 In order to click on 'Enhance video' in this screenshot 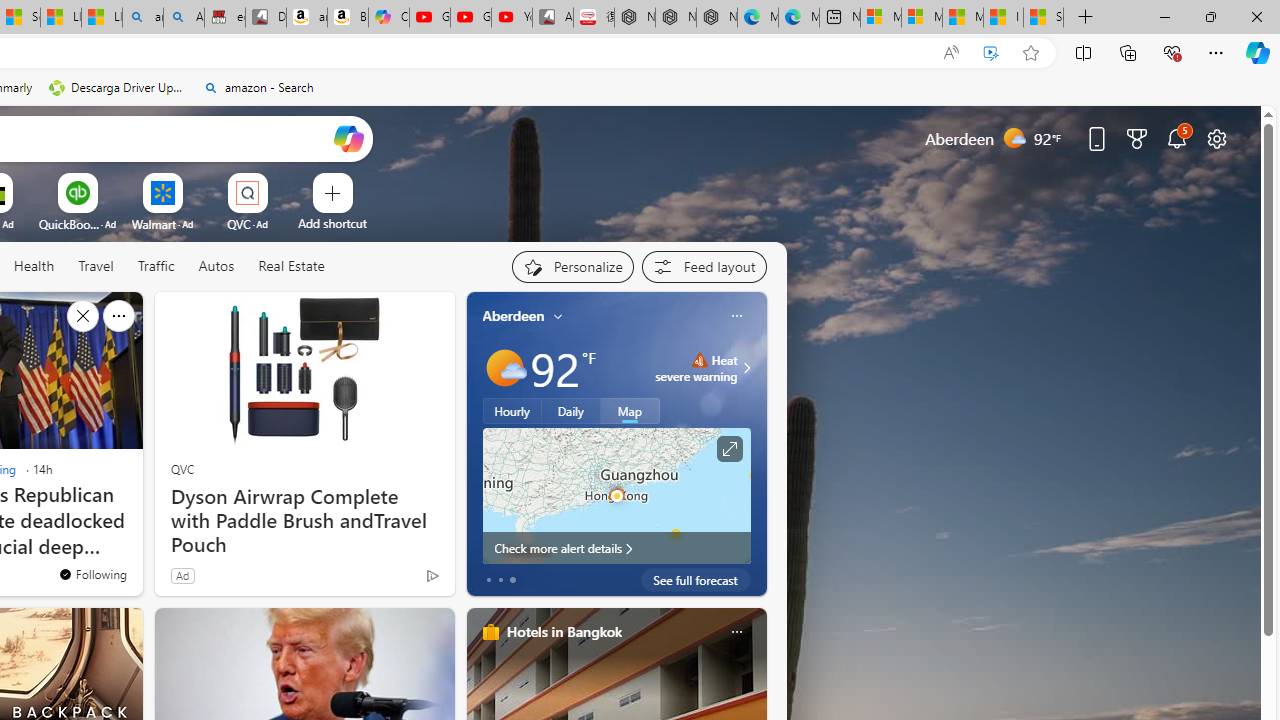, I will do `click(991, 52)`.